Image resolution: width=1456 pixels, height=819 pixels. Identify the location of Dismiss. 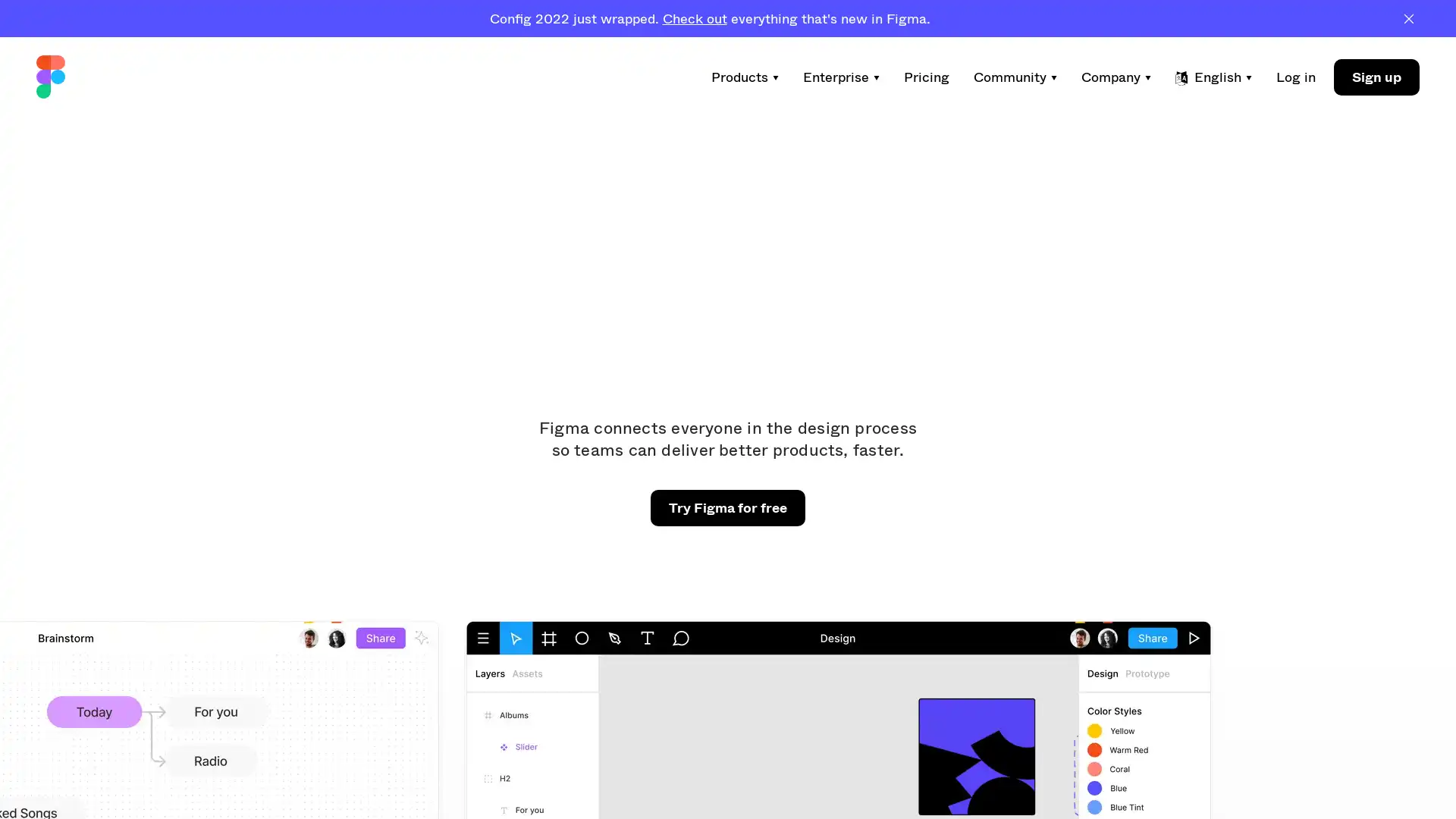
(1407, 17).